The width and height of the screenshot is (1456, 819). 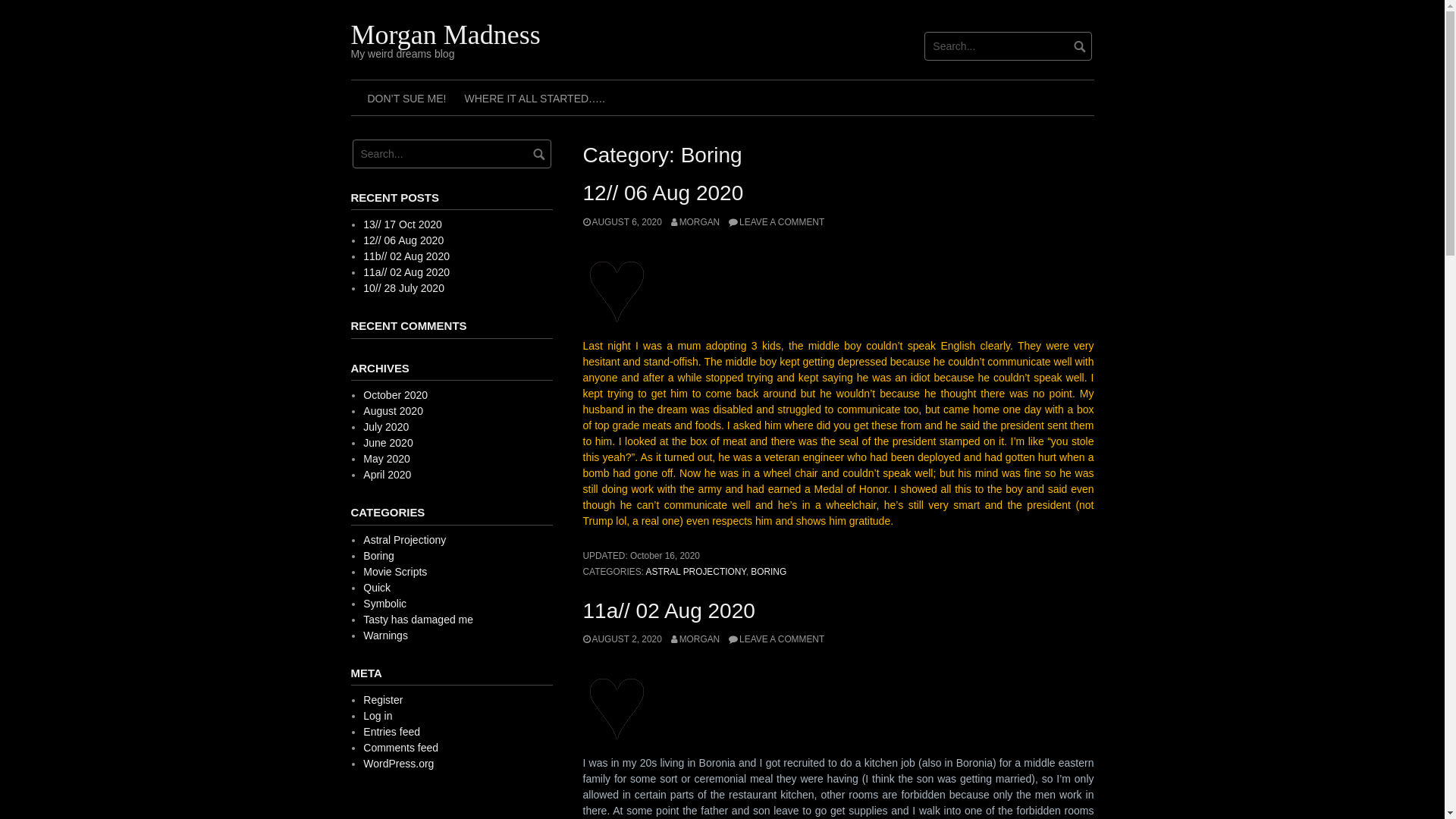 What do you see at coordinates (387, 473) in the screenshot?
I see `'April 2020'` at bounding box center [387, 473].